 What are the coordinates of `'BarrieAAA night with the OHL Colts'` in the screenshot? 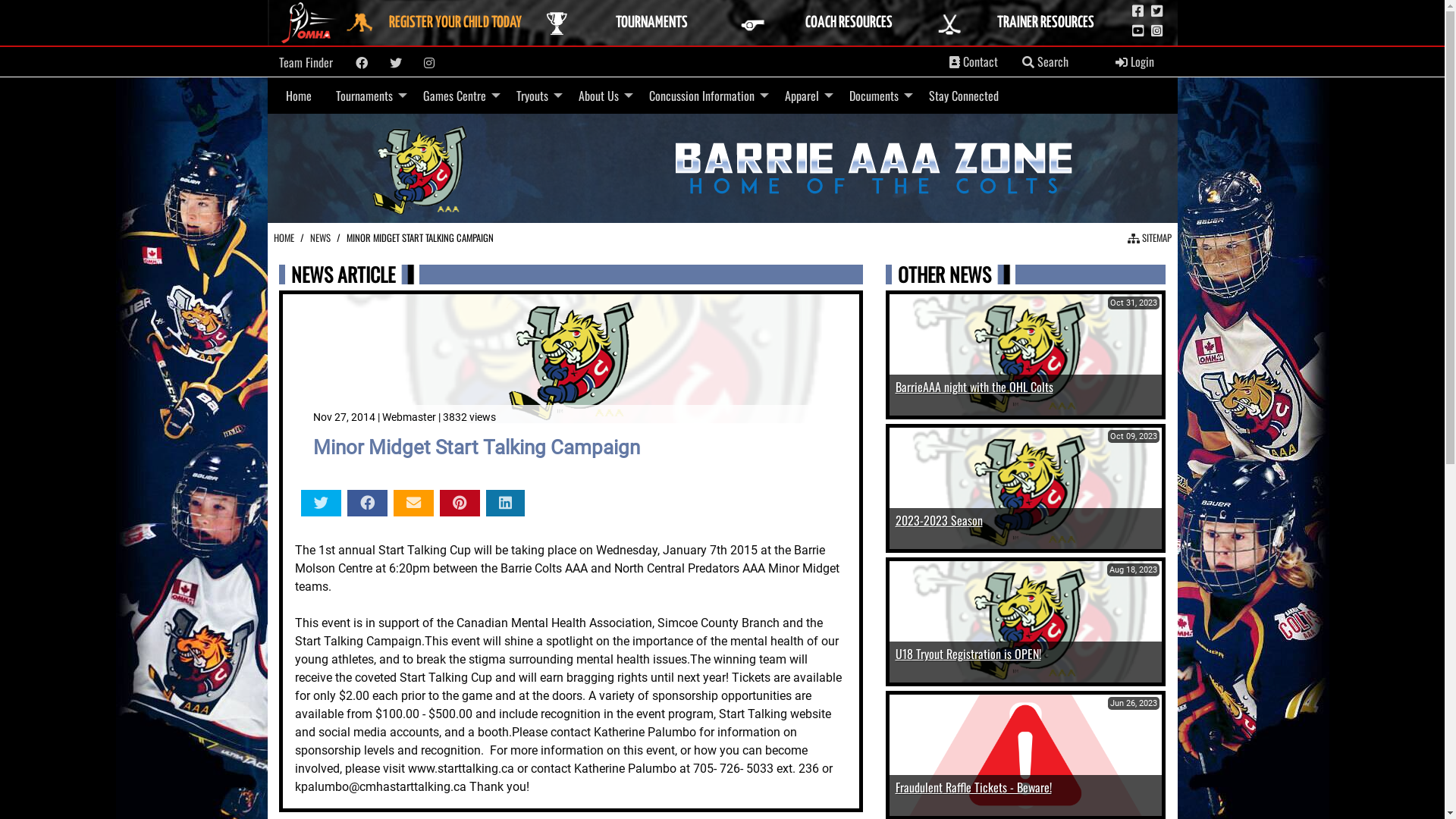 It's located at (973, 385).